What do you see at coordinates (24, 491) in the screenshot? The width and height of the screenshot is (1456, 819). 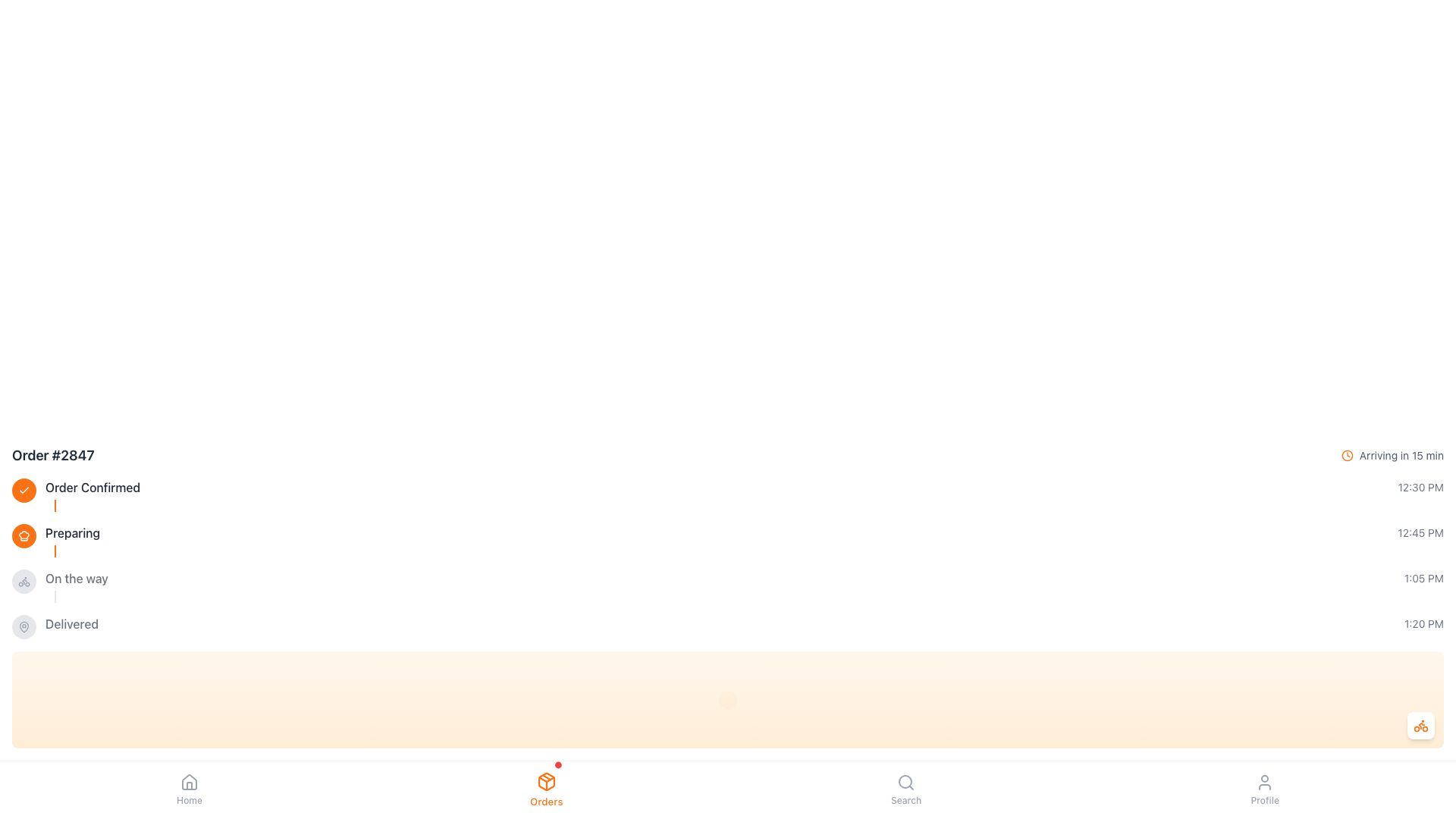 I see `status of the white checkmark icon inside the orange circular background, which indicates 'Order Confirmed'` at bounding box center [24, 491].